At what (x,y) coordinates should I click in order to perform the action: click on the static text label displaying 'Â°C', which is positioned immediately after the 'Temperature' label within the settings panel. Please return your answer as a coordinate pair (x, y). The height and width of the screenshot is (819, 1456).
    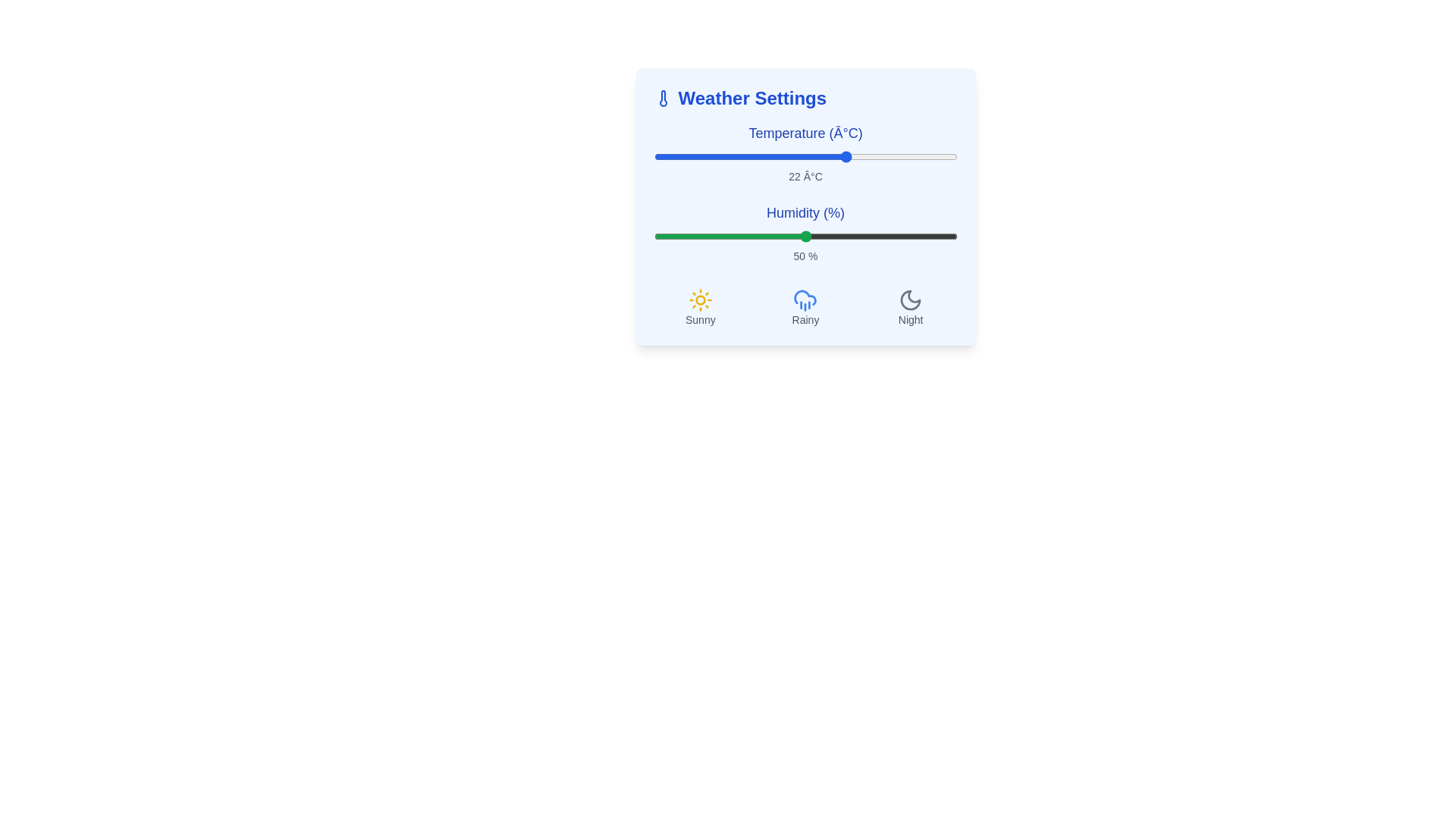
    Looking at the image, I should click on (845, 133).